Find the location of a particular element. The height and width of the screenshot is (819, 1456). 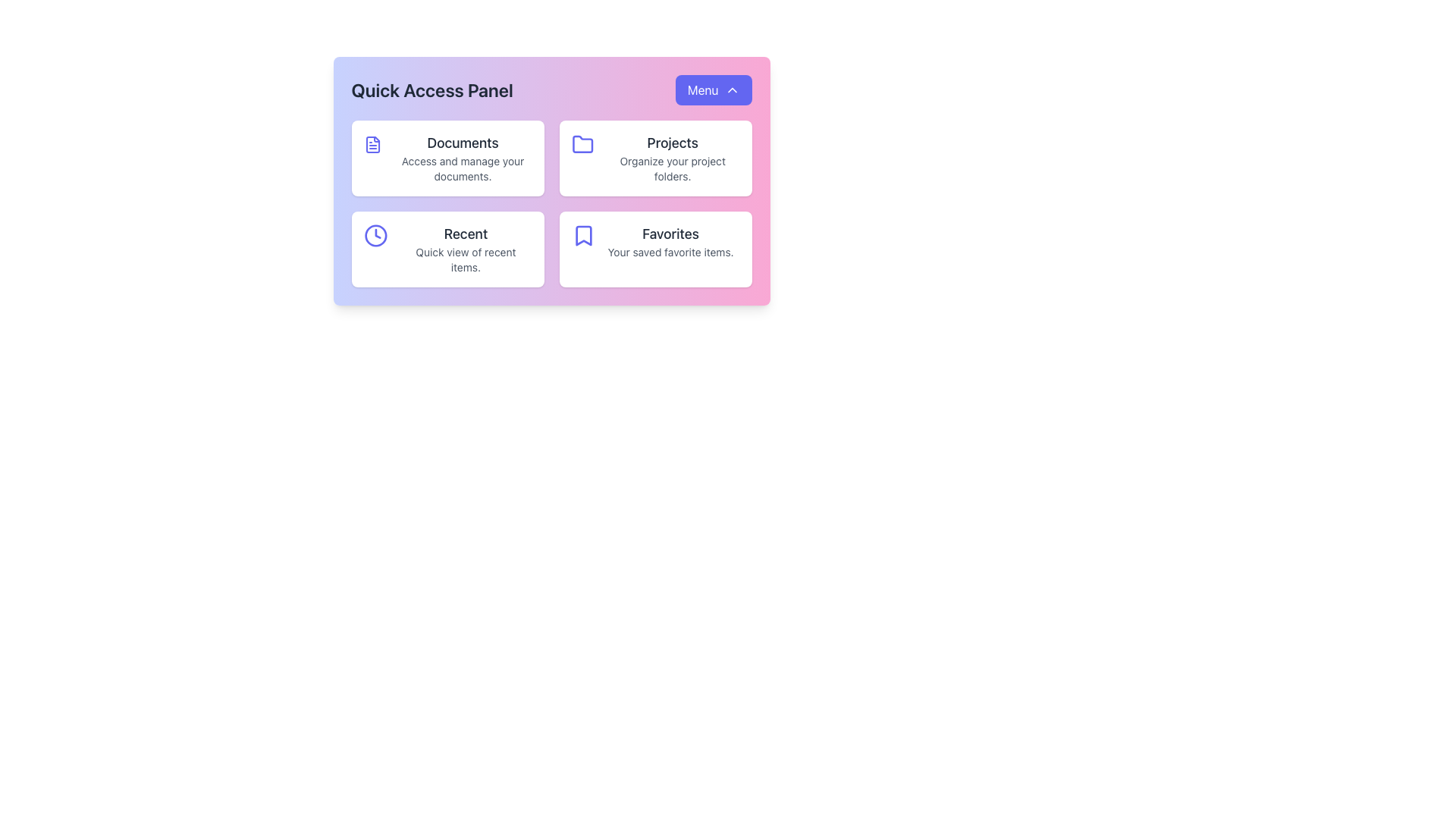

the outer circular part of the clock icon located in the bottom-left card of the Quick Access Panel, which encloses the inner clock components and is positioned above the 'Recent' text is located at coordinates (375, 236).